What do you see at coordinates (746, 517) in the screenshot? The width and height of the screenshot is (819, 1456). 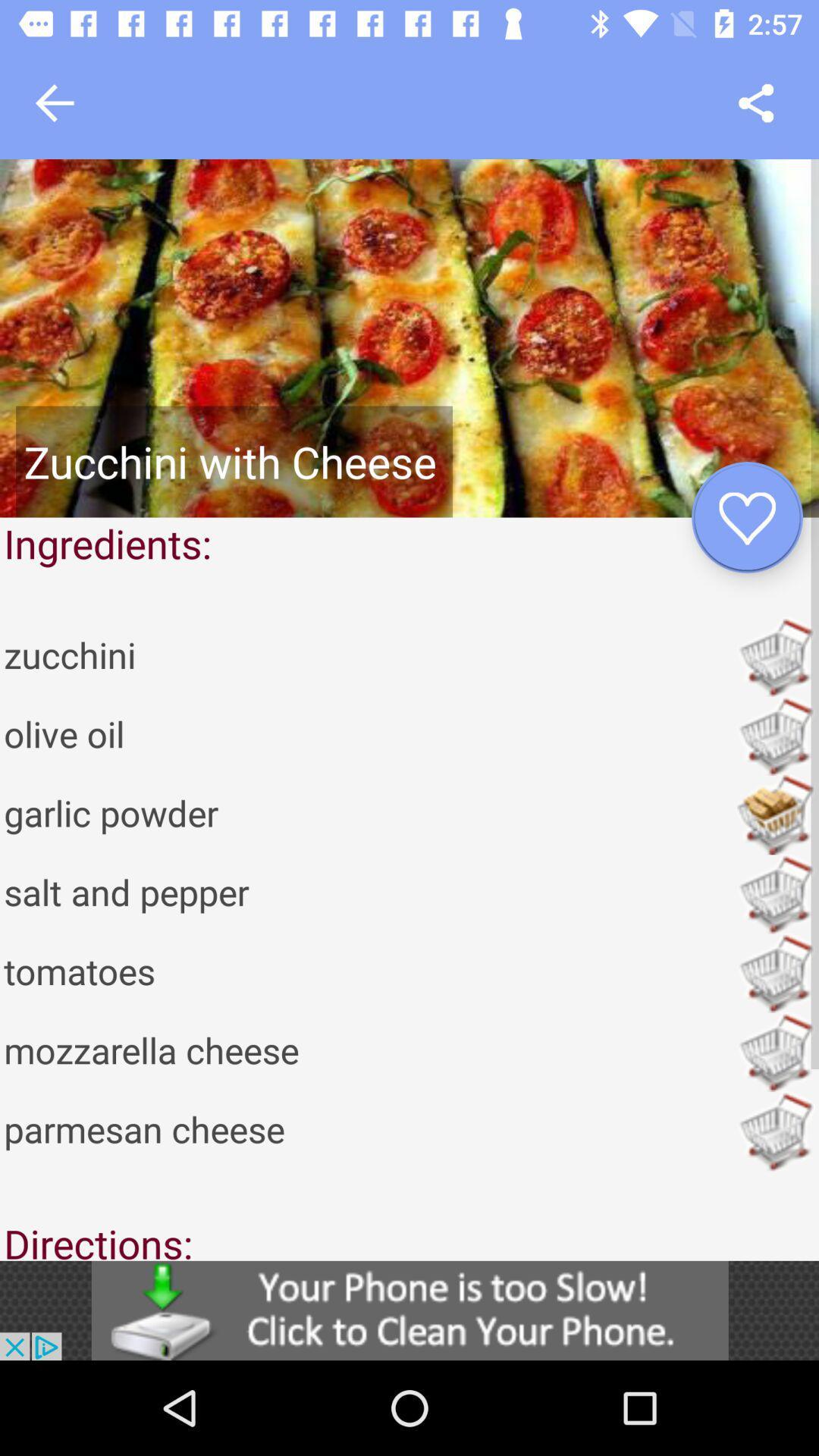 I see `favourite` at bounding box center [746, 517].